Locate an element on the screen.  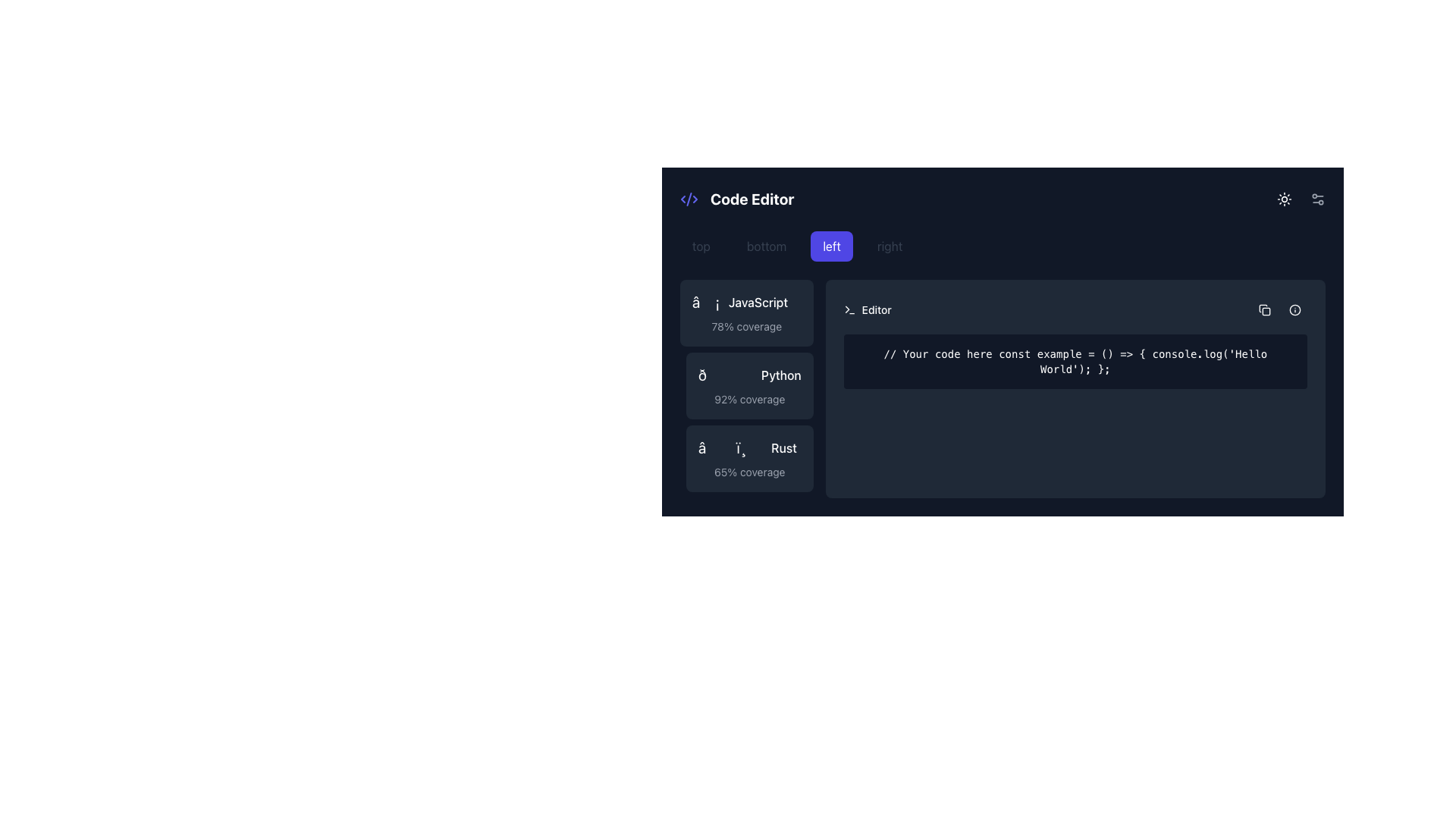
the toggle button and settings button icons located in the top-right corner of the interface for additional visual feedback is located at coordinates (1298, 198).